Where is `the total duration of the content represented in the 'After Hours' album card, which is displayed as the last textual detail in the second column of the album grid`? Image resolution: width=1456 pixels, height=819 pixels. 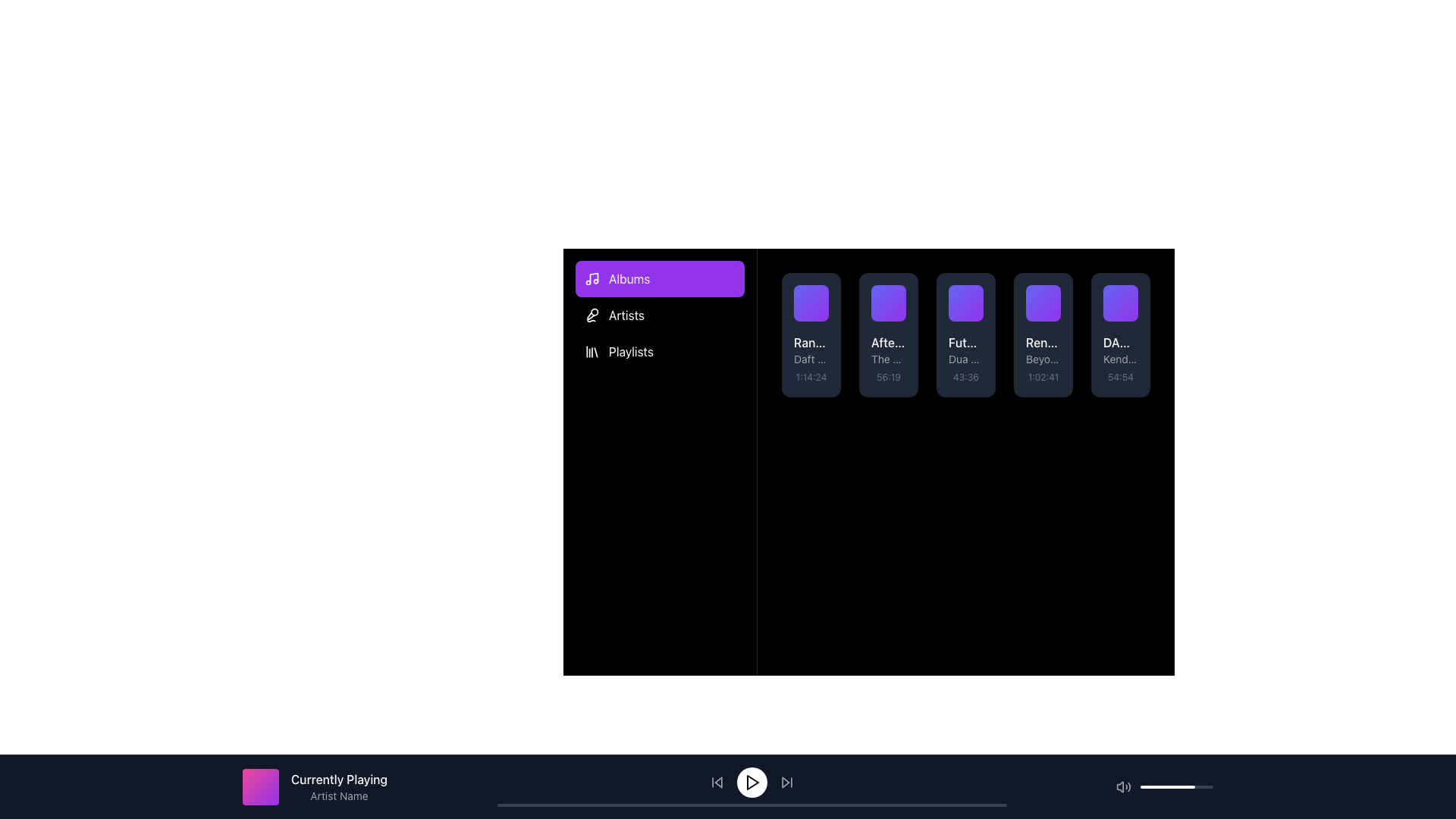
the total duration of the content represented in the 'After Hours' album card, which is displayed as the last textual detail in the second column of the album grid is located at coordinates (888, 376).